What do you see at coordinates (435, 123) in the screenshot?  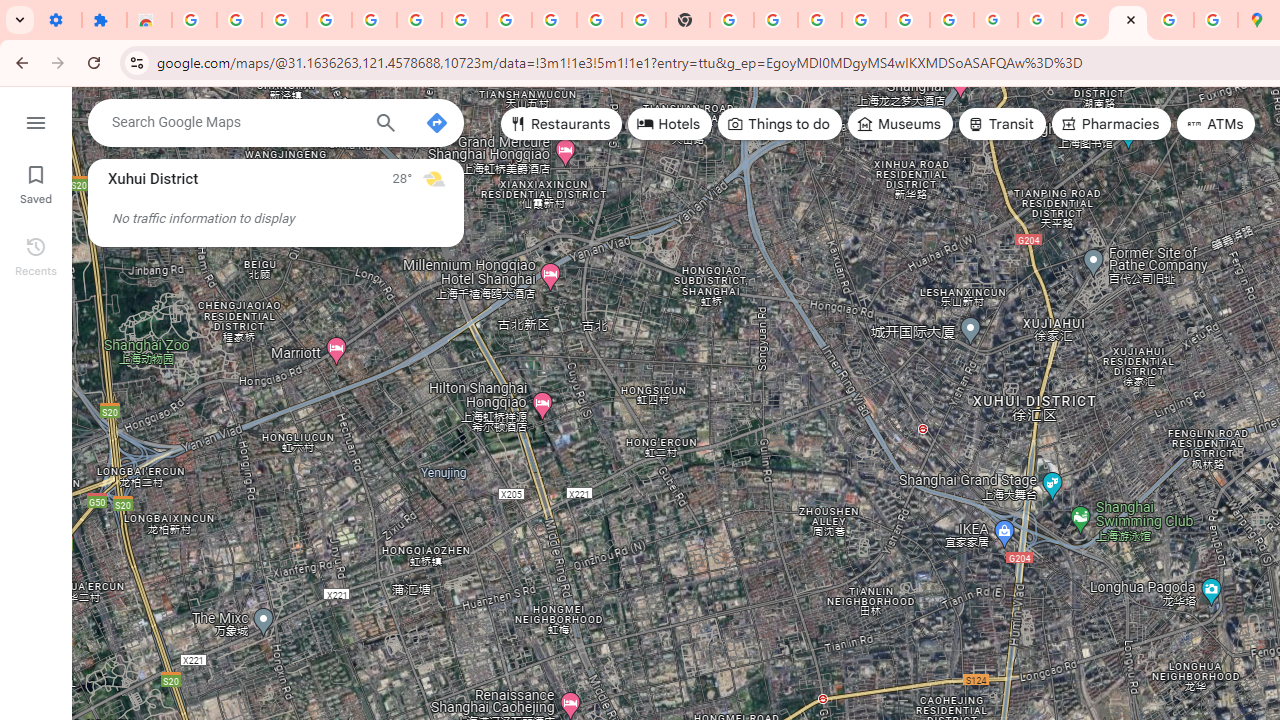 I see `'Directions'` at bounding box center [435, 123].